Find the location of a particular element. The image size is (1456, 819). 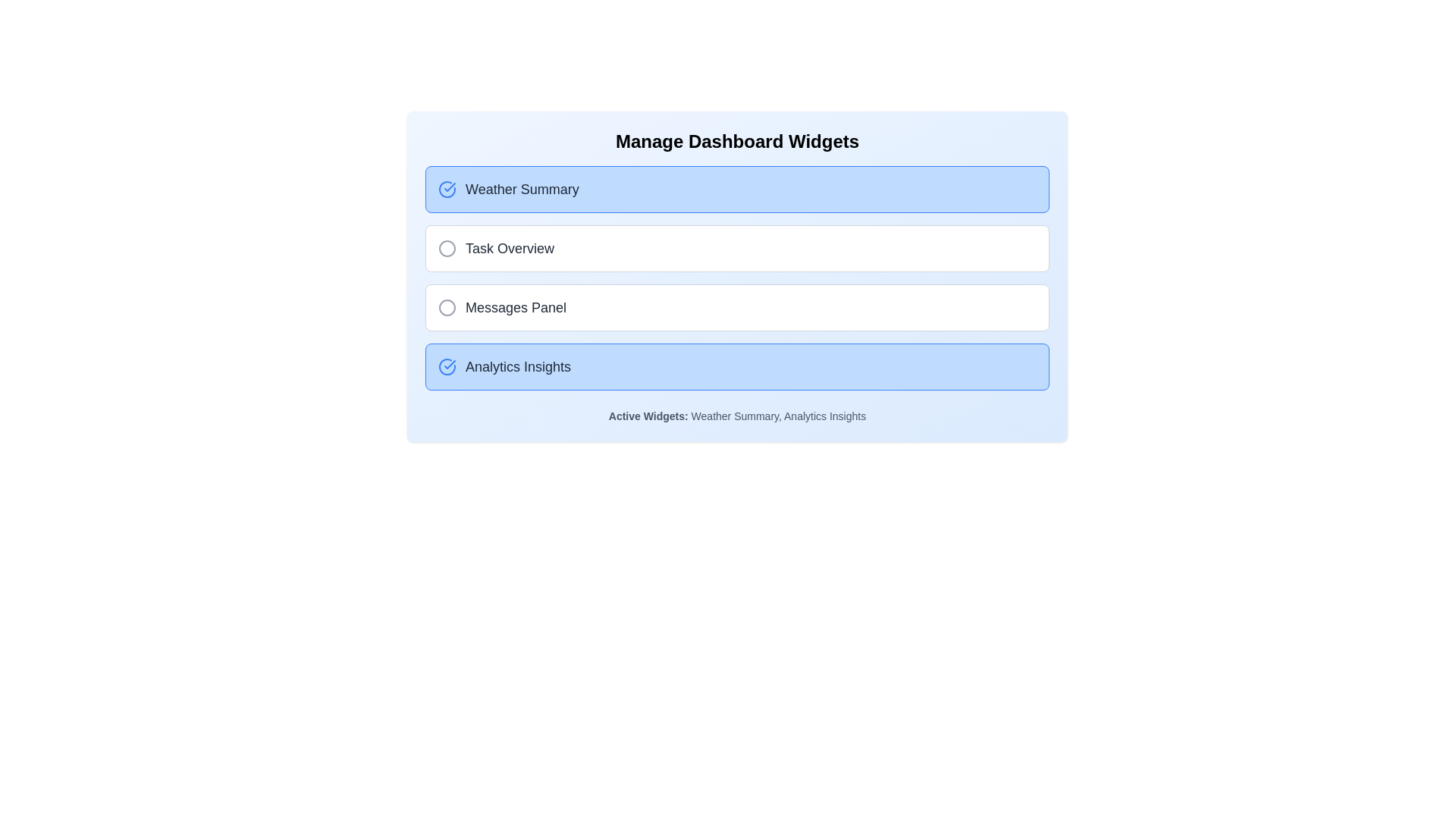

the visual indicator icon representing the active status for the 'Weather Summary' dashboard widget located to the left of the widget's text is located at coordinates (447, 189).